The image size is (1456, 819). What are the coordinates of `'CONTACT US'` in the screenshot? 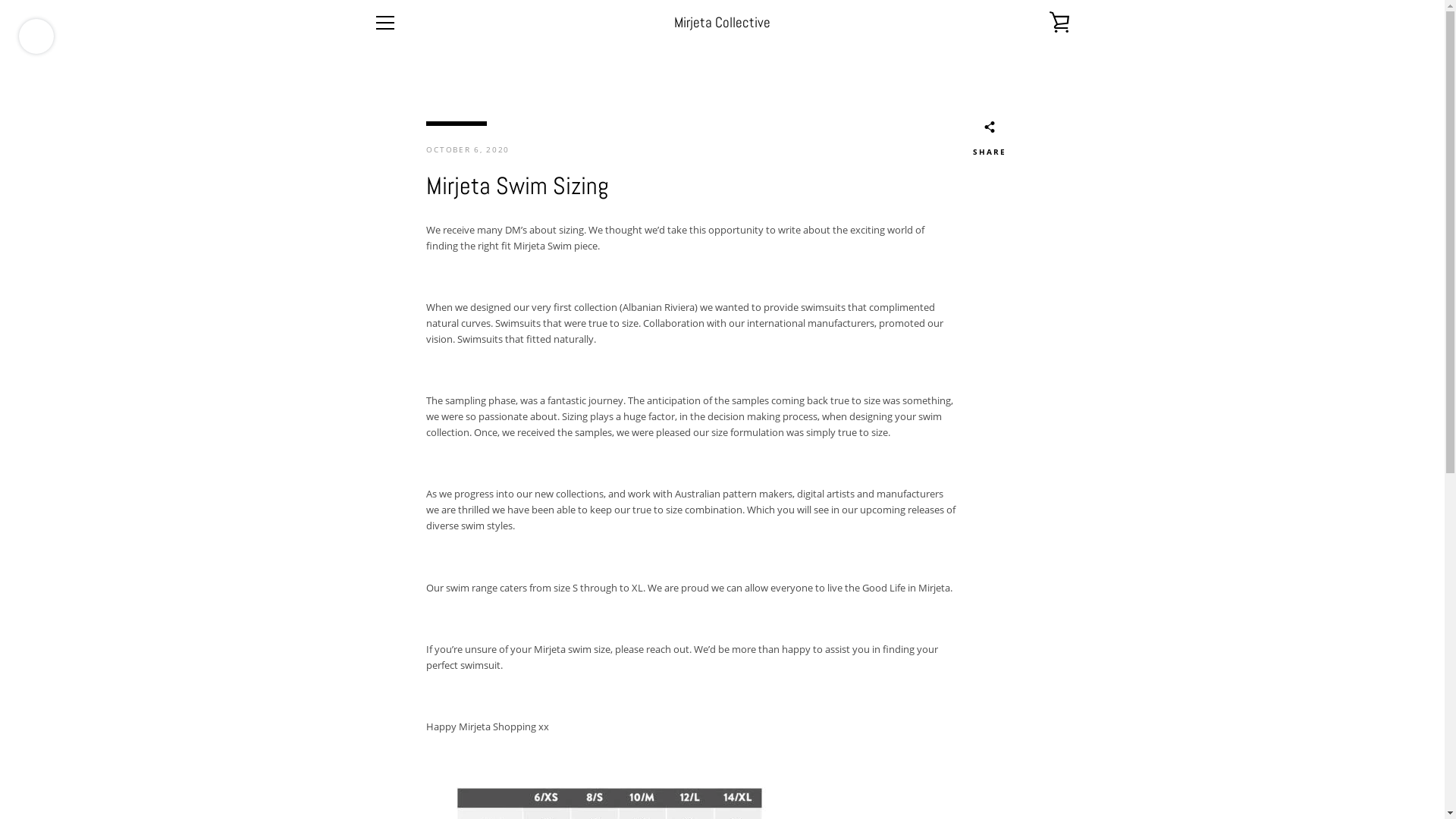 It's located at (372, 698).